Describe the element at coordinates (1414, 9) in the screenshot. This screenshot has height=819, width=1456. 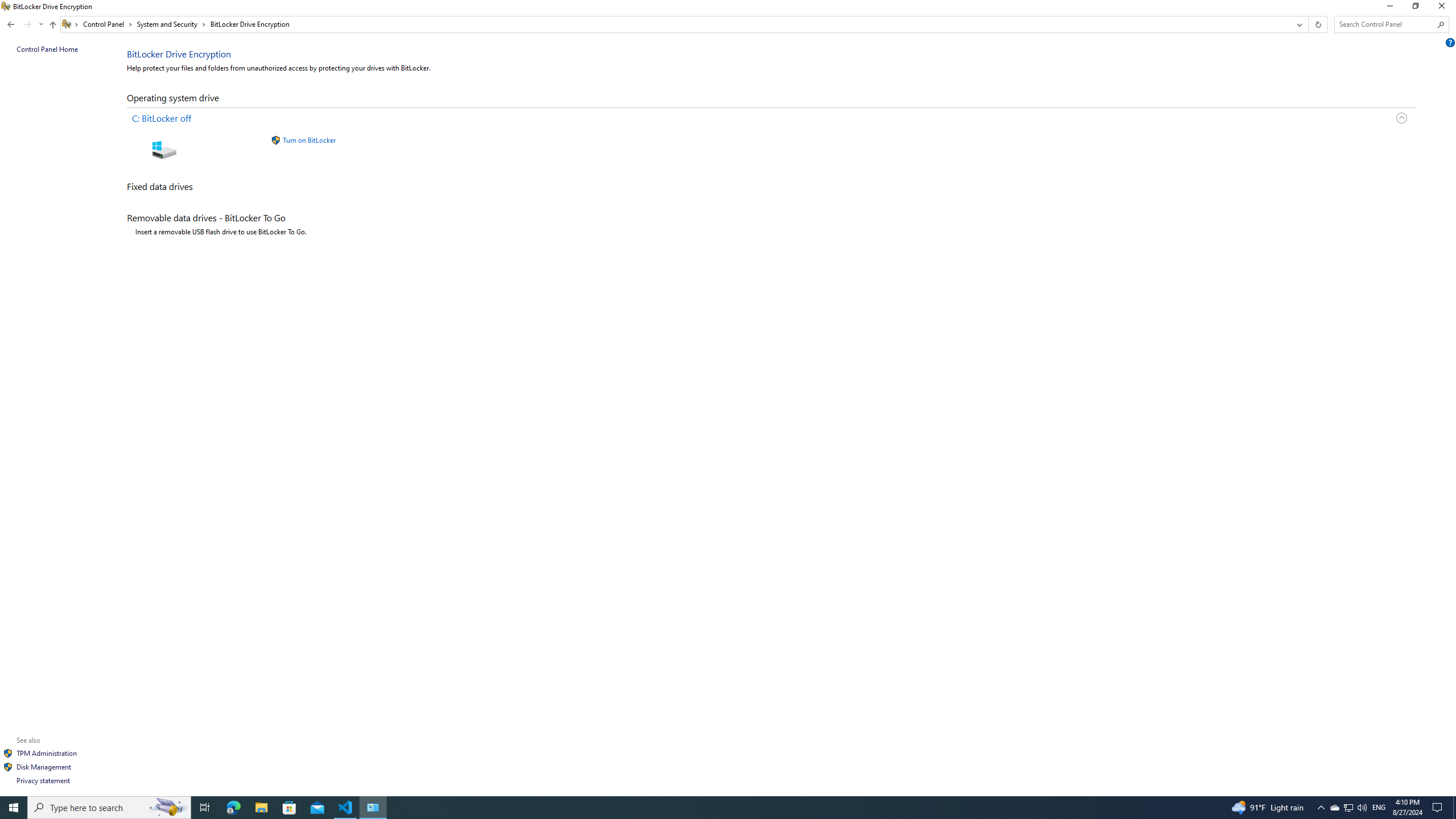
I see `'Restore'` at that location.